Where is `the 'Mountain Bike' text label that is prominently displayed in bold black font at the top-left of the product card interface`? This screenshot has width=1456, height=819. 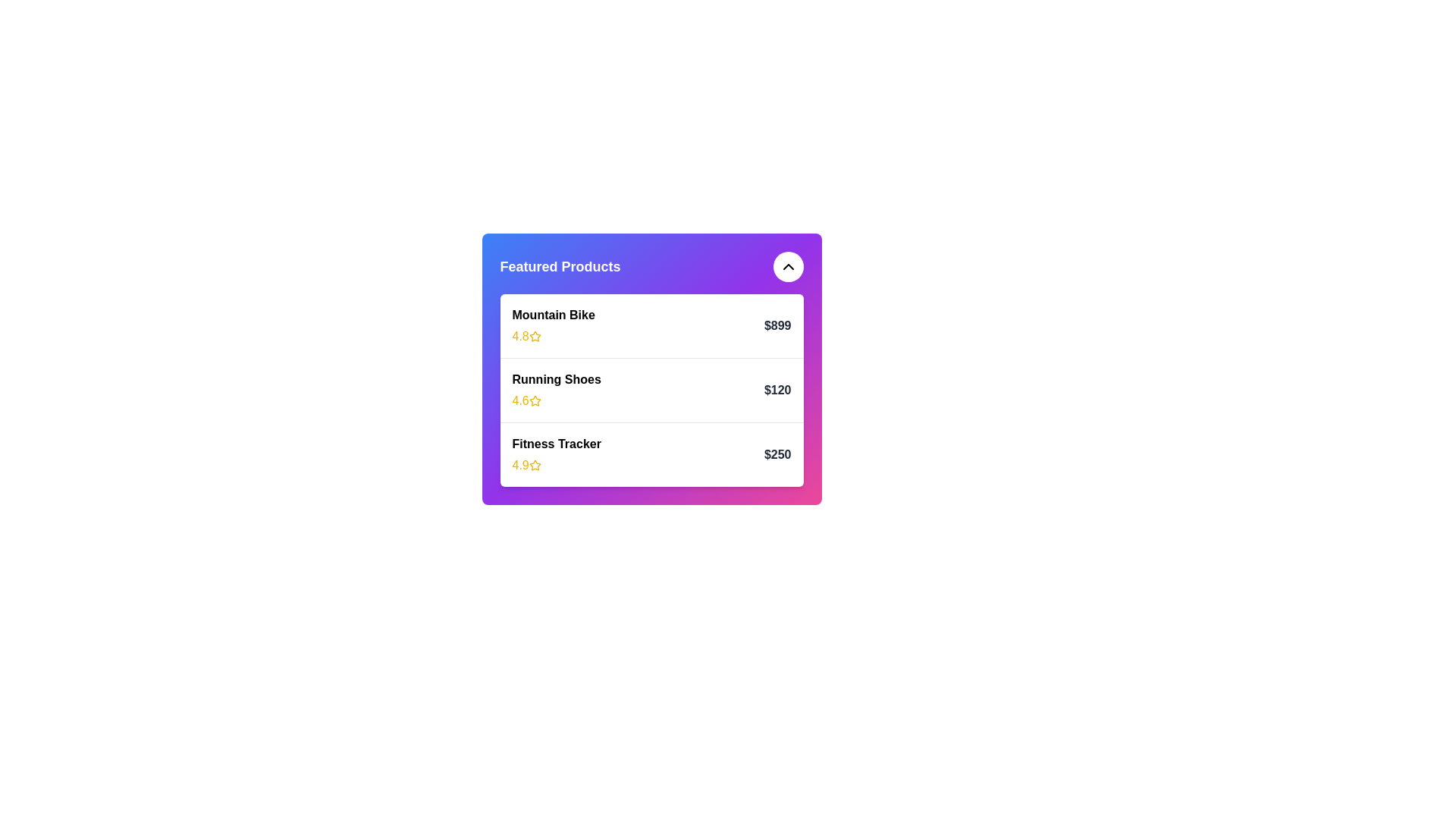
the 'Mountain Bike' text label that is prominently displayed in bold black font at the top-left of the product card interface is located at coordinates (553, 315).